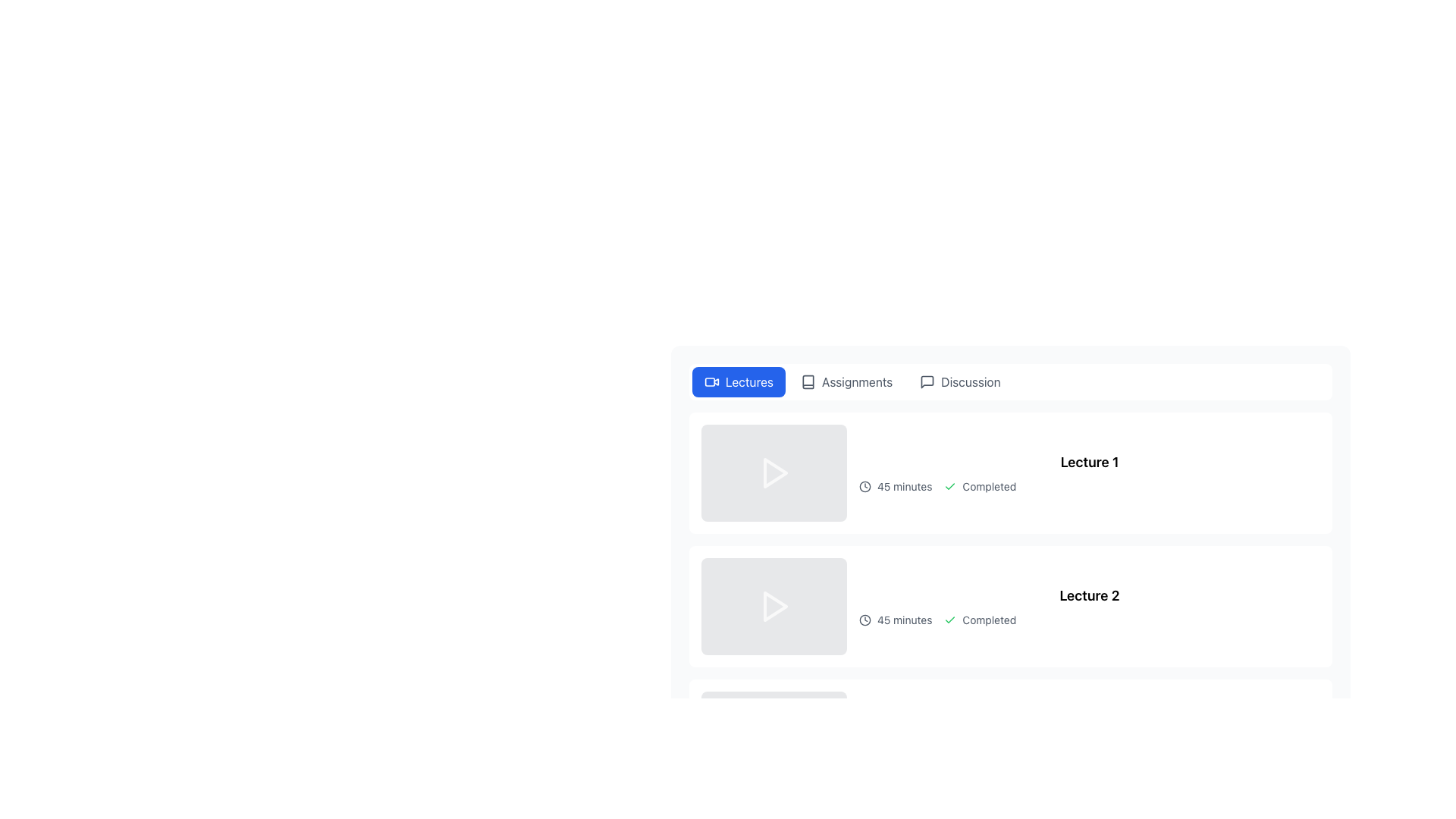 This screenshot has height=819, width=1456. I want to click on the text label that reads '45 minutes', which is styled in a smaller font size and gray color, located between a clock icon and a green check mark icon, so click(905, 620).